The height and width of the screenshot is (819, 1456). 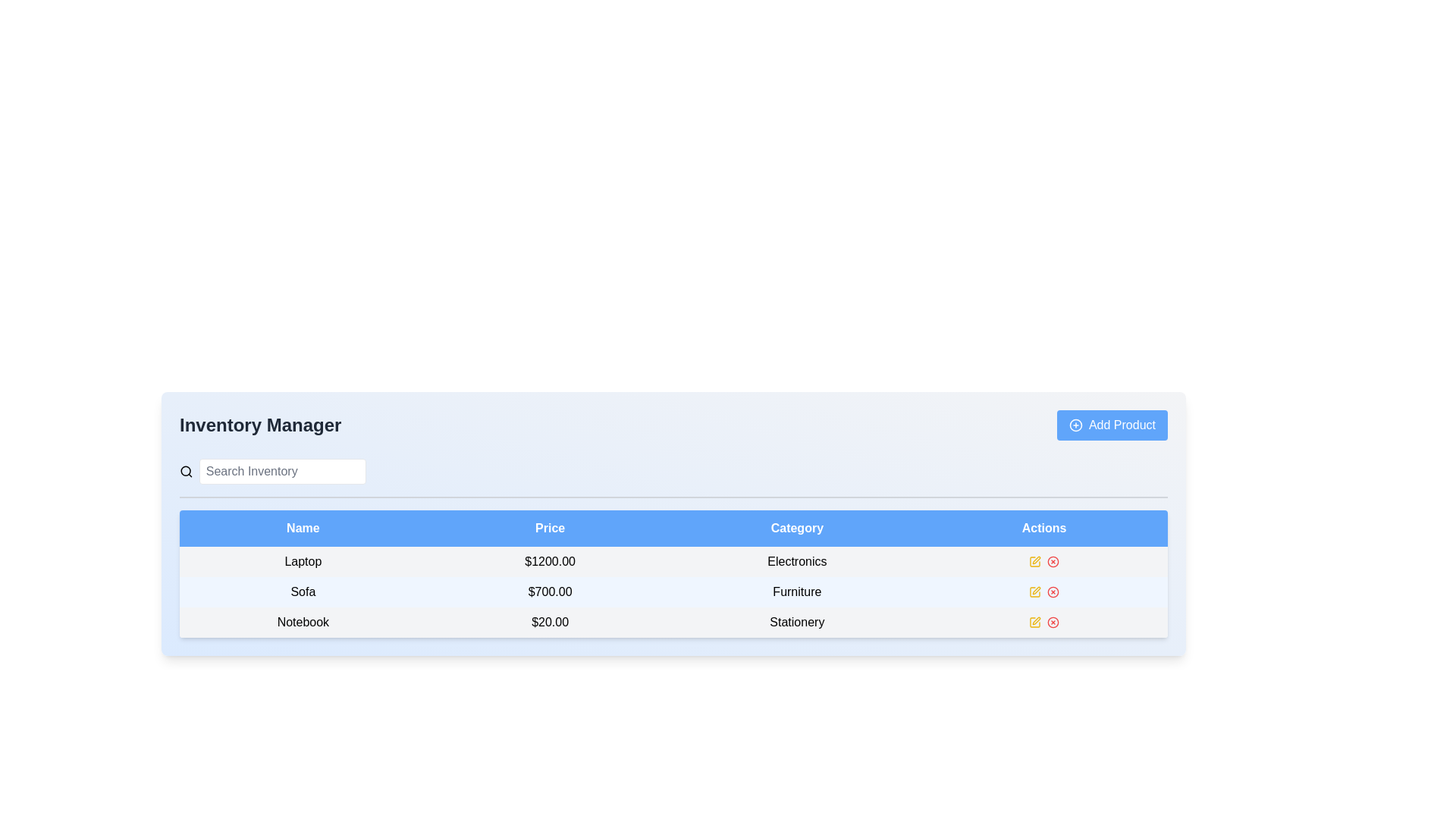 I want to click on the 'Add New Product' button located at the far right of the header section in the 'Inventory Manager' interface for interaction, so click(x=1112, y=425).